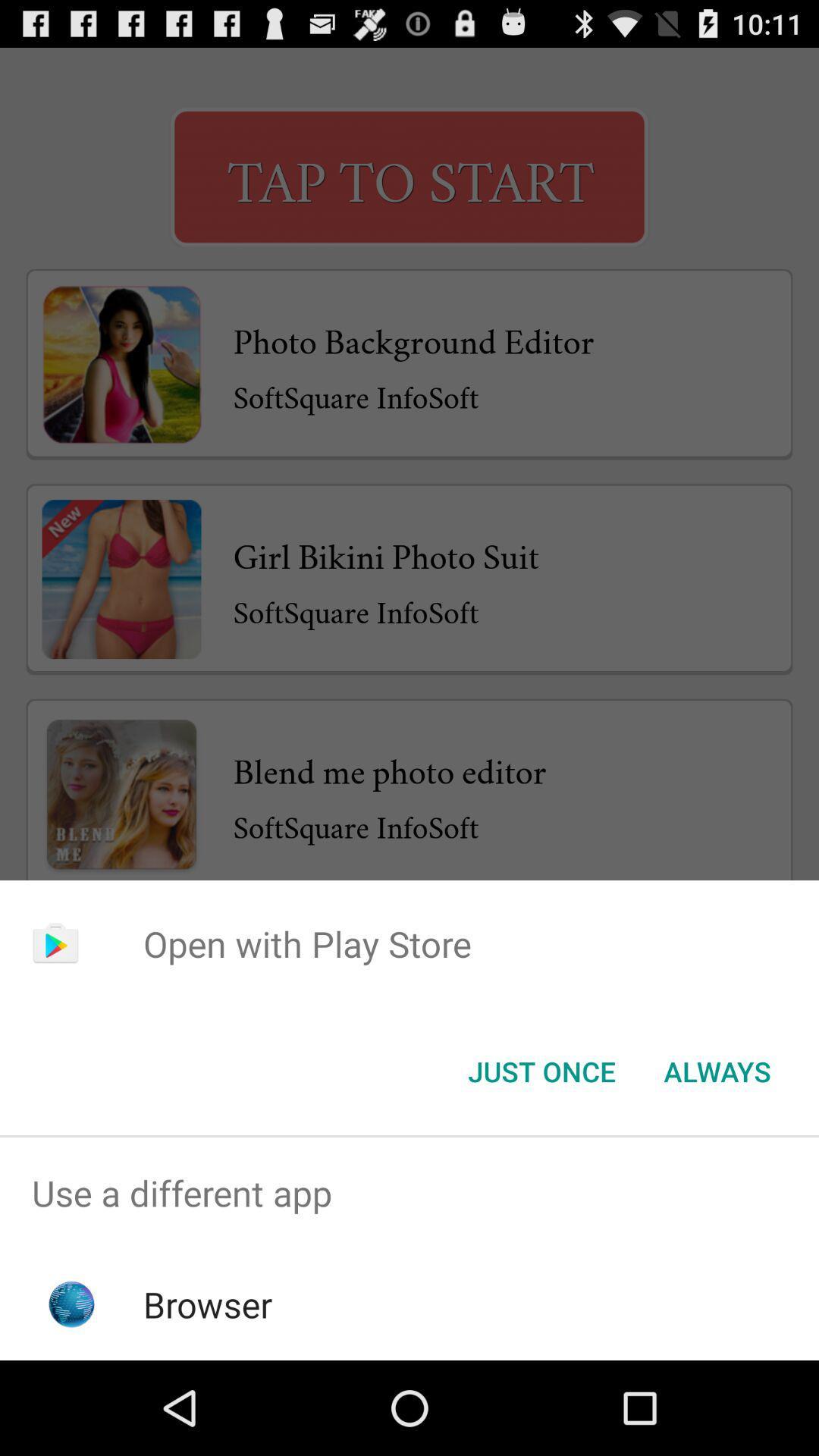 Image resolution: width=819 pixels, height=1456 pixels. Describe the element at coordinates (409, 1192) in the screenshot. I see `item above the browser` at that location.